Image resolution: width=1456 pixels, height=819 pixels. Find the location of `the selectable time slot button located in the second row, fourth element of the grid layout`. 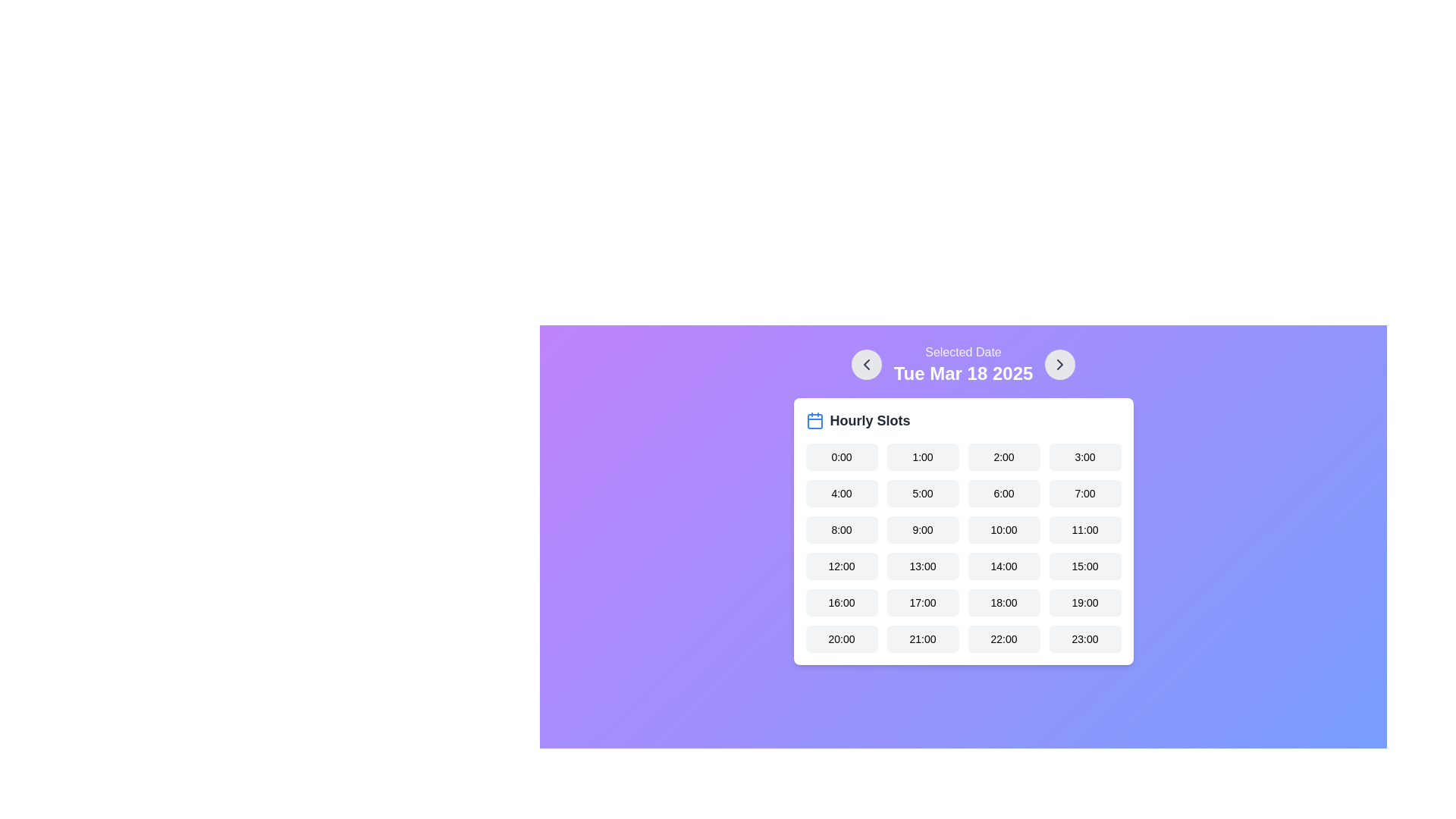

the selectable time slot button located in the second row, fourth element of the grid layout is located at coordinates (1084, 494).